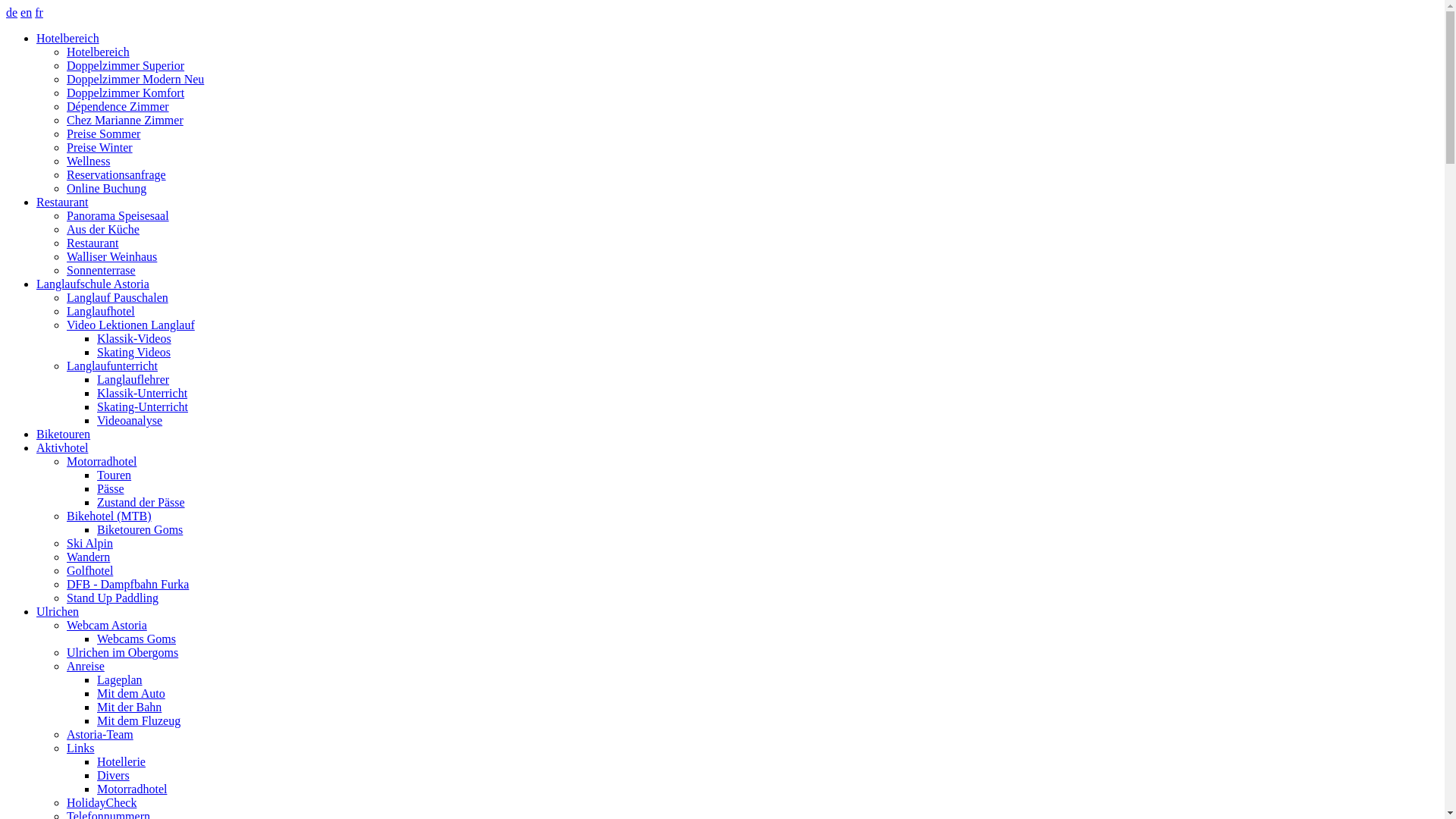  What do you see at coordinates (85, 665) in the screenshot?
I see `'Anreise'` at bounding box center [85, 665].